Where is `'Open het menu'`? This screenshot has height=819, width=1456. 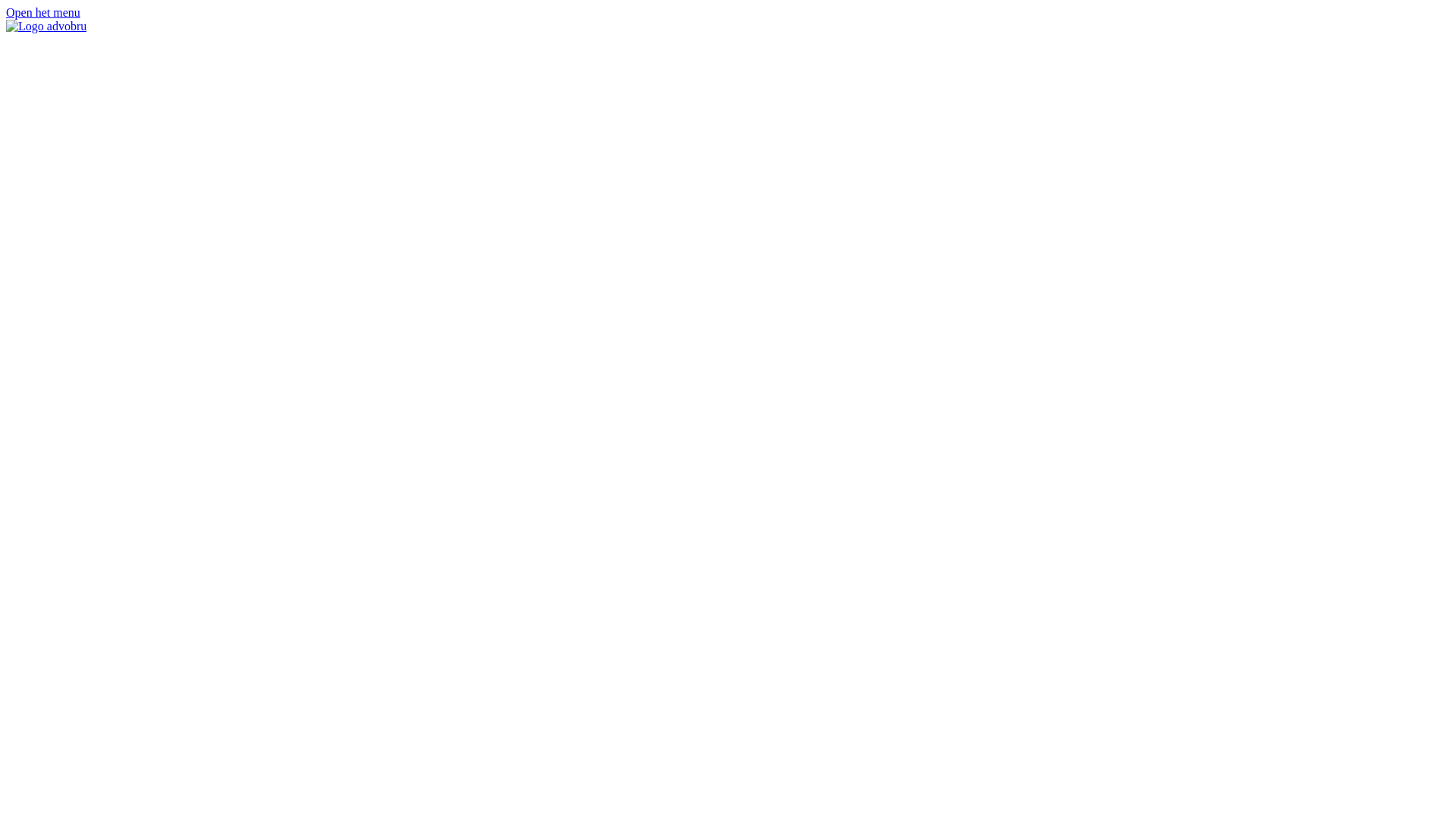 'Open het menu' is located at coordinates (43, 12).